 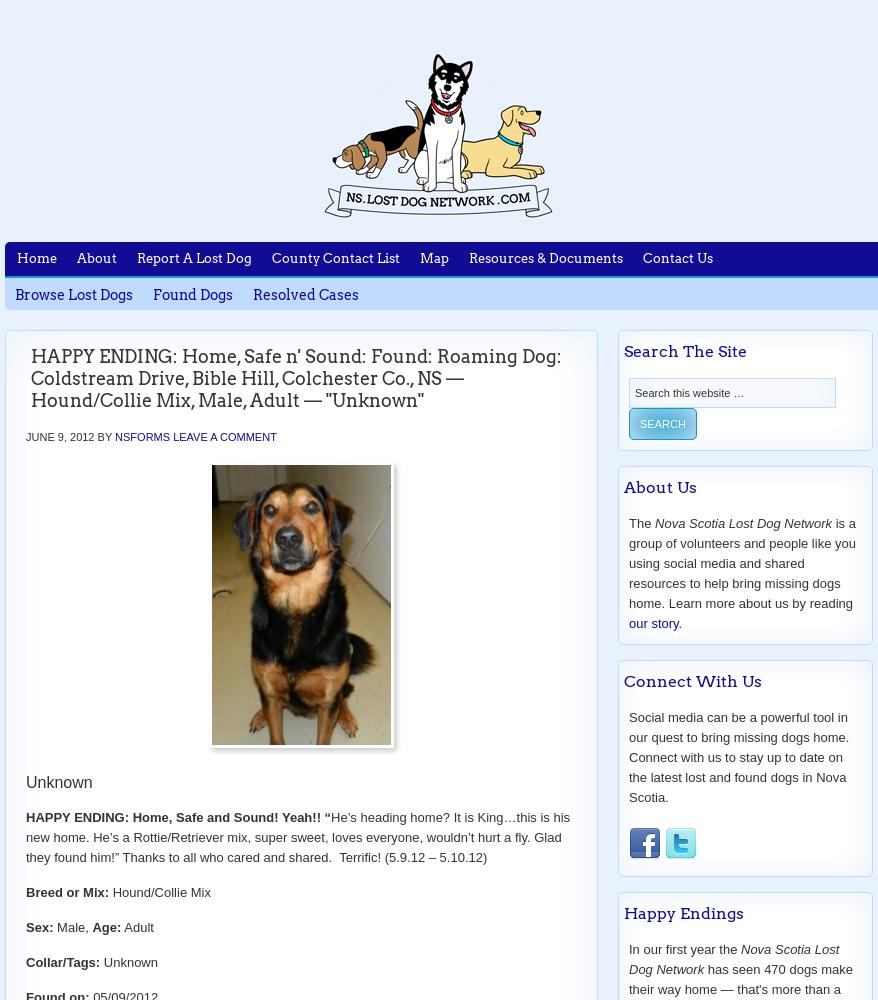 I want to click on 'Happy Endings', so click(x=683, y=913).